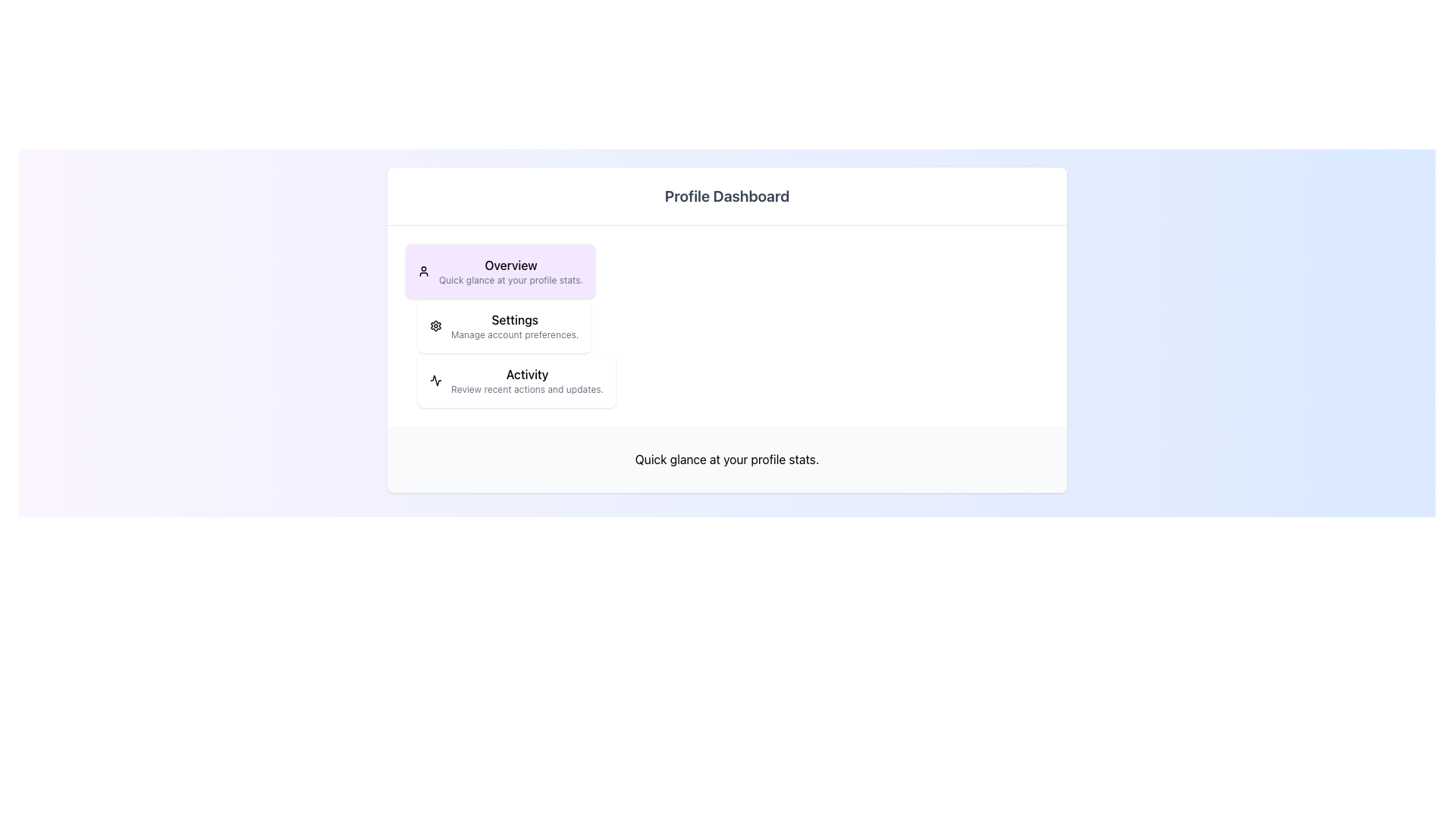 The height and width of the screenshot is (819, 1456). I want to click on the 'Settings' button, which has a gear icon and is positioned between 'Overview' and 'Activity' in the vertical list, so click(504, 325).